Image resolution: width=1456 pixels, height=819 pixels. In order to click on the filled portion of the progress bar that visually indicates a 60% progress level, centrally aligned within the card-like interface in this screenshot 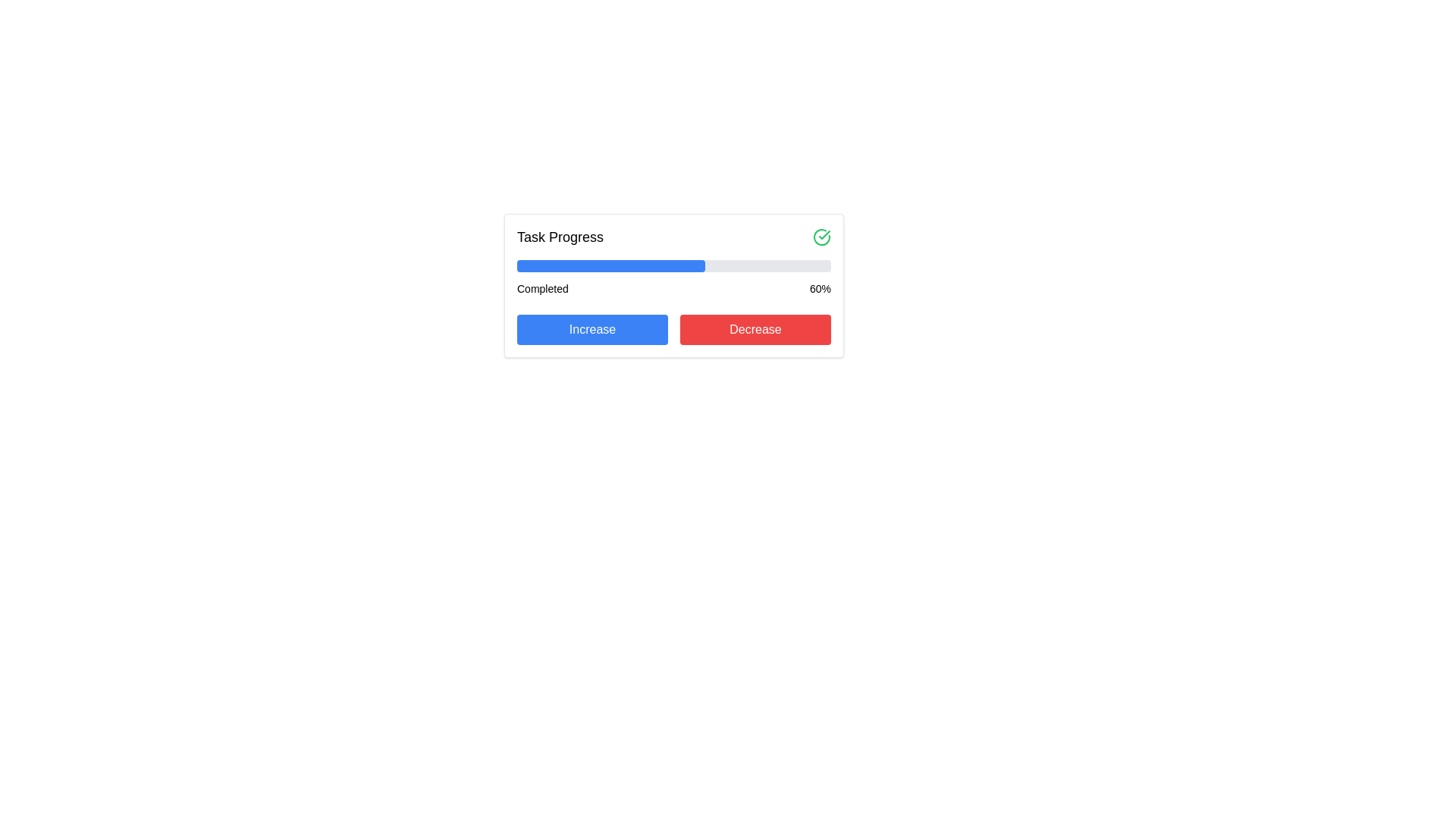, I will do `click(611, 265)`.